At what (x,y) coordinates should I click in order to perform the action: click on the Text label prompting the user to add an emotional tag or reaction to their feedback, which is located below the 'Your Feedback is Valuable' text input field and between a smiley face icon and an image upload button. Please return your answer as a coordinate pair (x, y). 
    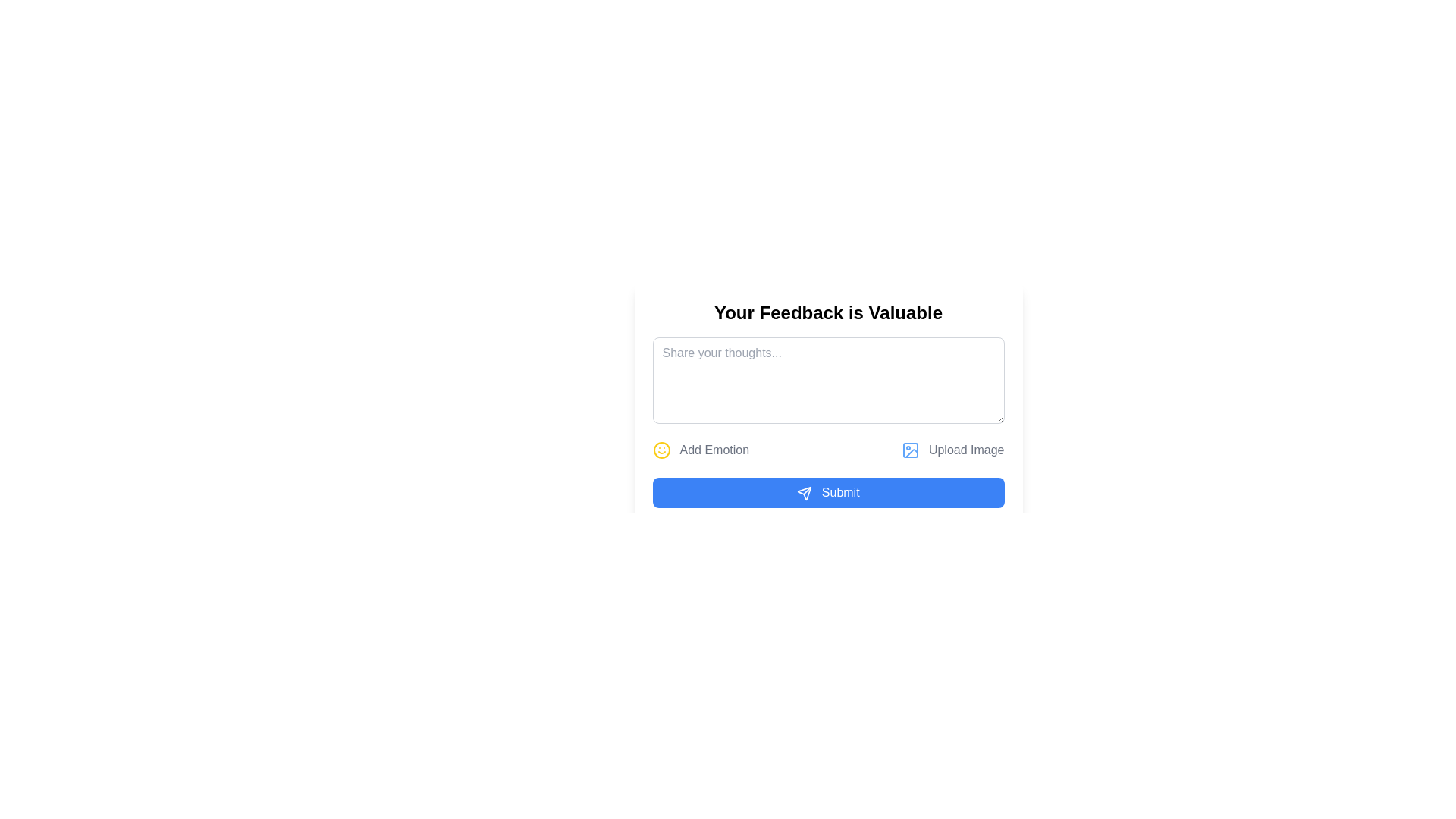
    Looking at the image, I should click on (714, 450).